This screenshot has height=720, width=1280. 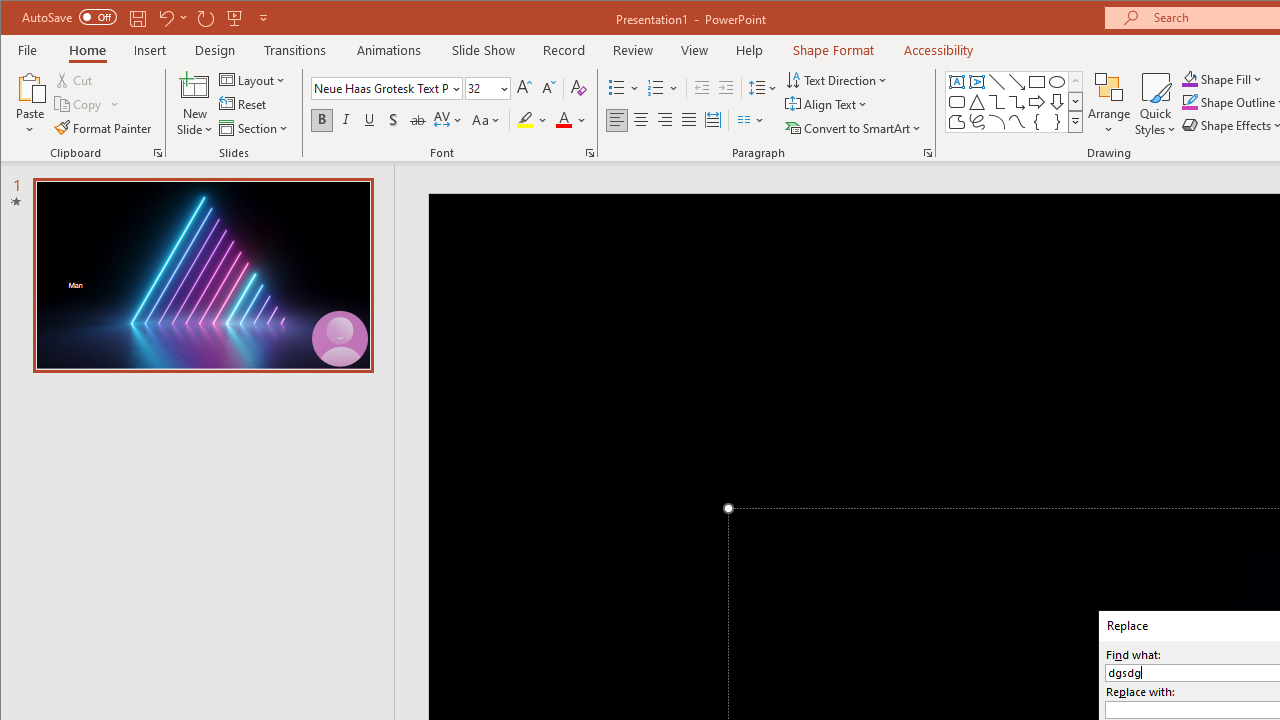 What do you see at coordinates (1189, 102) in the screenshot?
I see `'Shape Outline Blue, Accent 1'` at bounding box center [1189, 102].